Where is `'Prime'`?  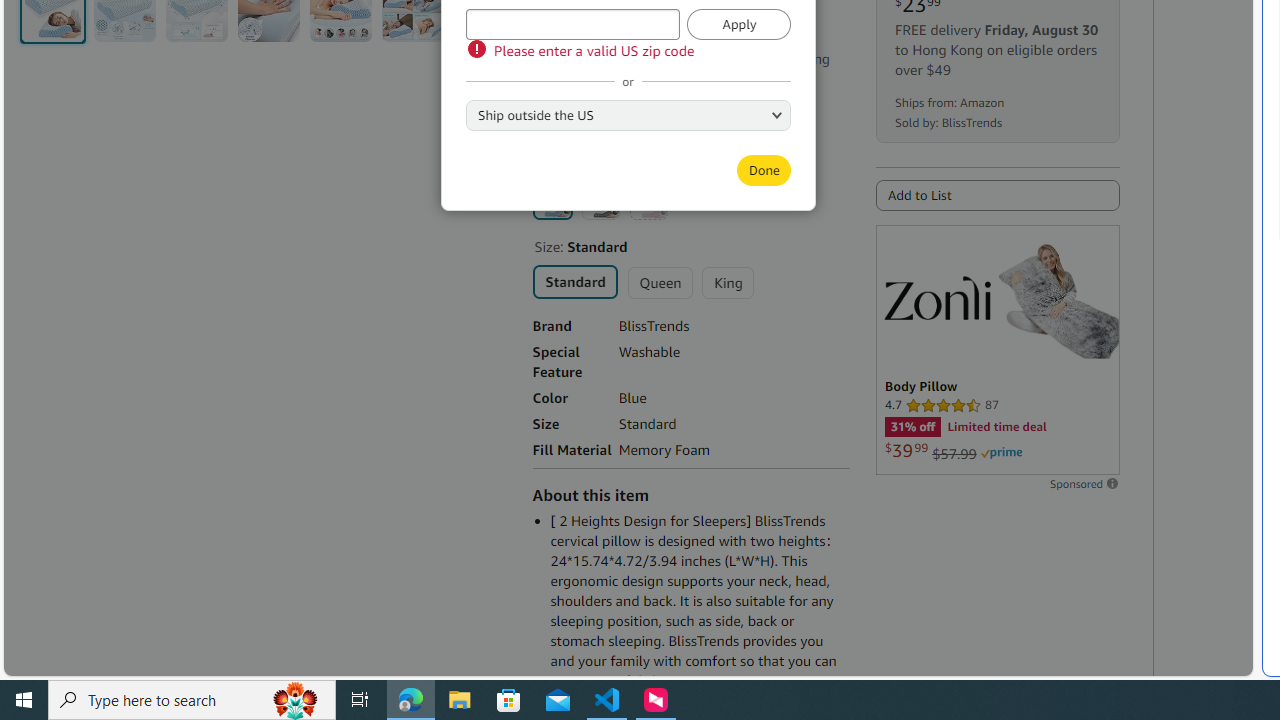 'Prime' is located at coordinates (1001, 453).